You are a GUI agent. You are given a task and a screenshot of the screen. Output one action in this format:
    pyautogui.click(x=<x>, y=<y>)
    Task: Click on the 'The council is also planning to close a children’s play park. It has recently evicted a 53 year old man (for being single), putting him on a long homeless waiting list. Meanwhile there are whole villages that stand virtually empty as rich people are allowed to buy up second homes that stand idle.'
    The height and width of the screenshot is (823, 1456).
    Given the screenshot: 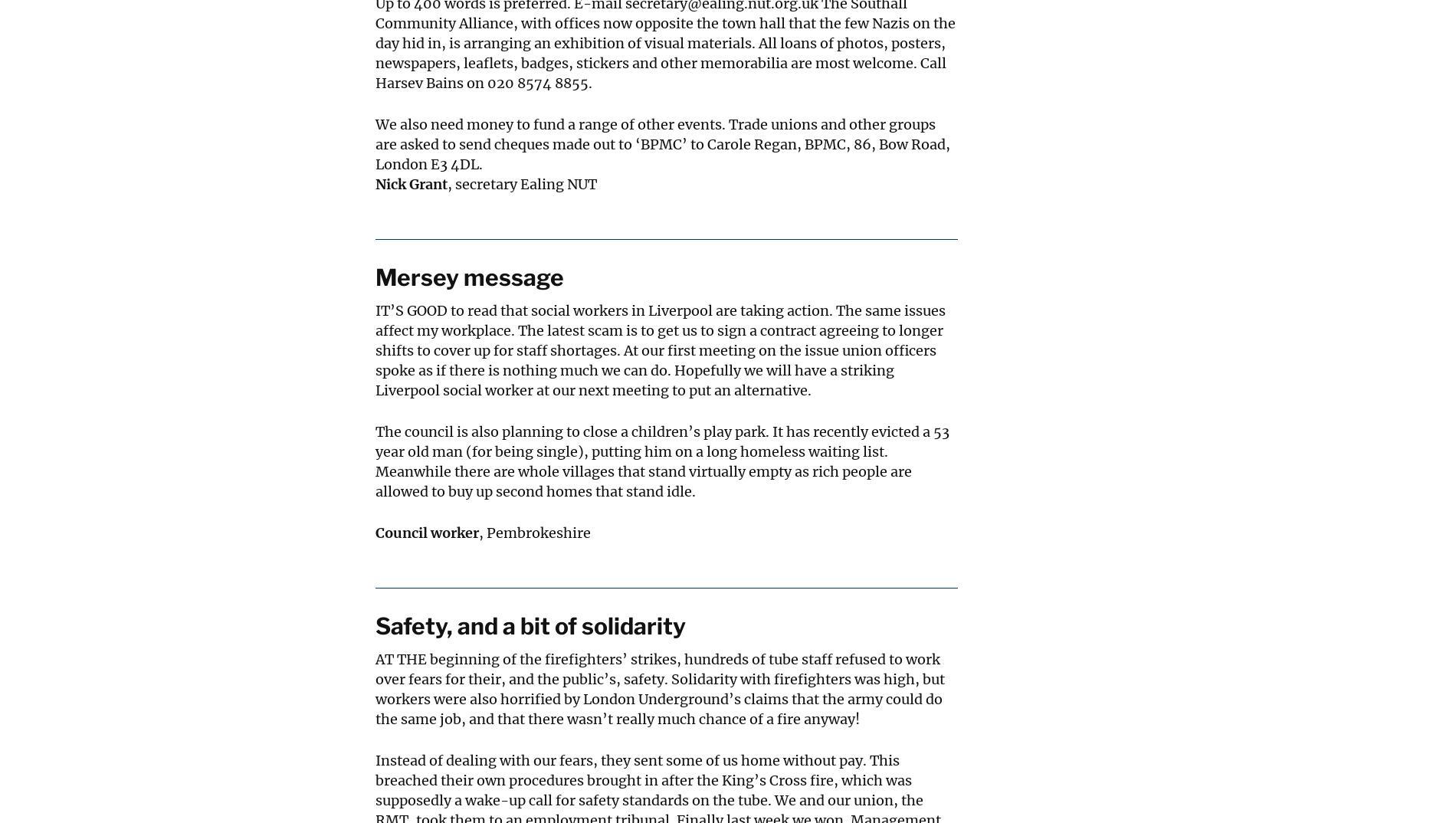 What is the action you would take?
    pyautogui.click(x=661, y=461)
    